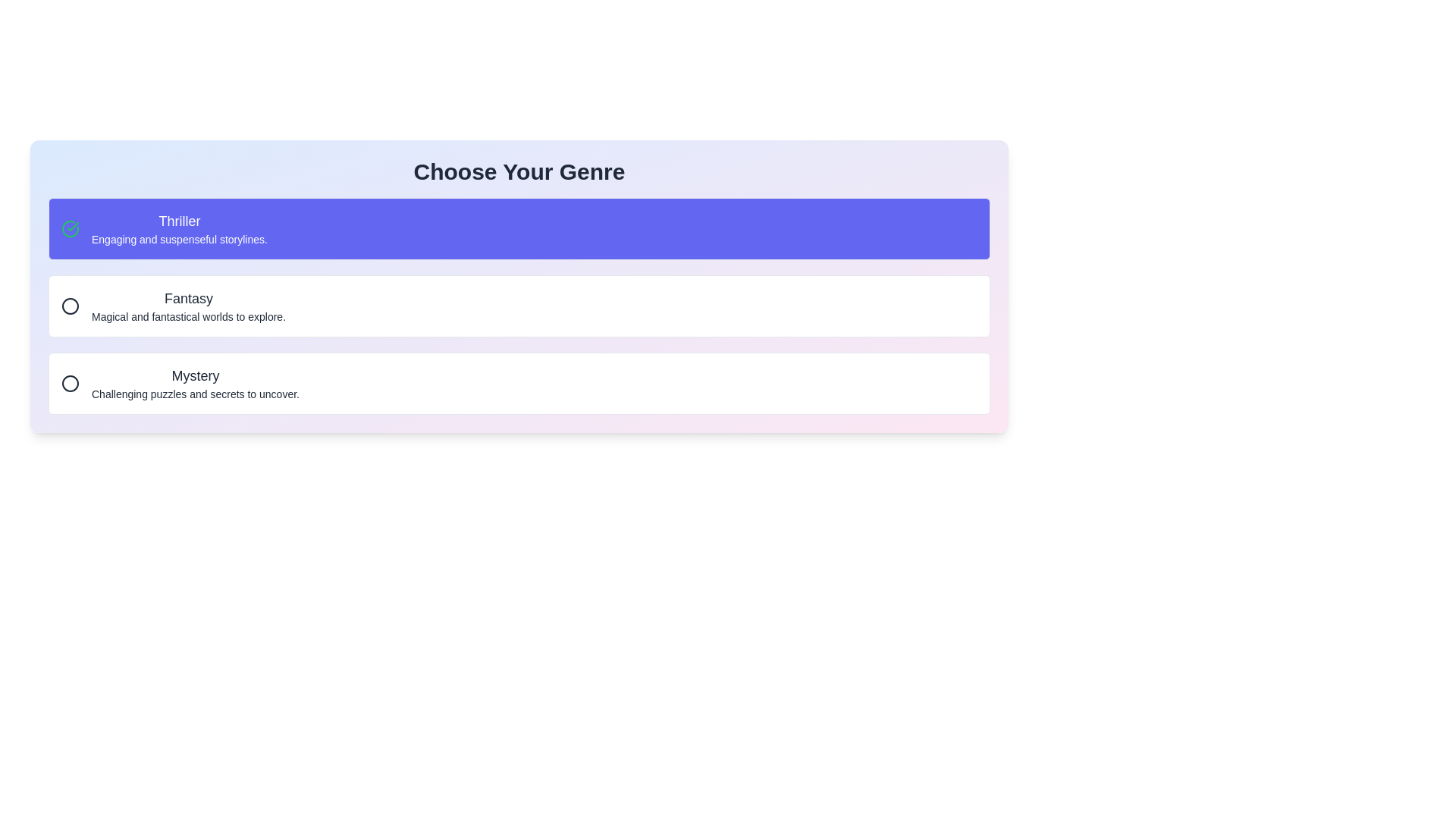 The width and height of the screenshot is (1456, 819). What do you see at coordinates (69, 382) in the screenshot?
I see `the circular icon located at the right margin of the 'Mystery' option` at bounding box center [69, 382].